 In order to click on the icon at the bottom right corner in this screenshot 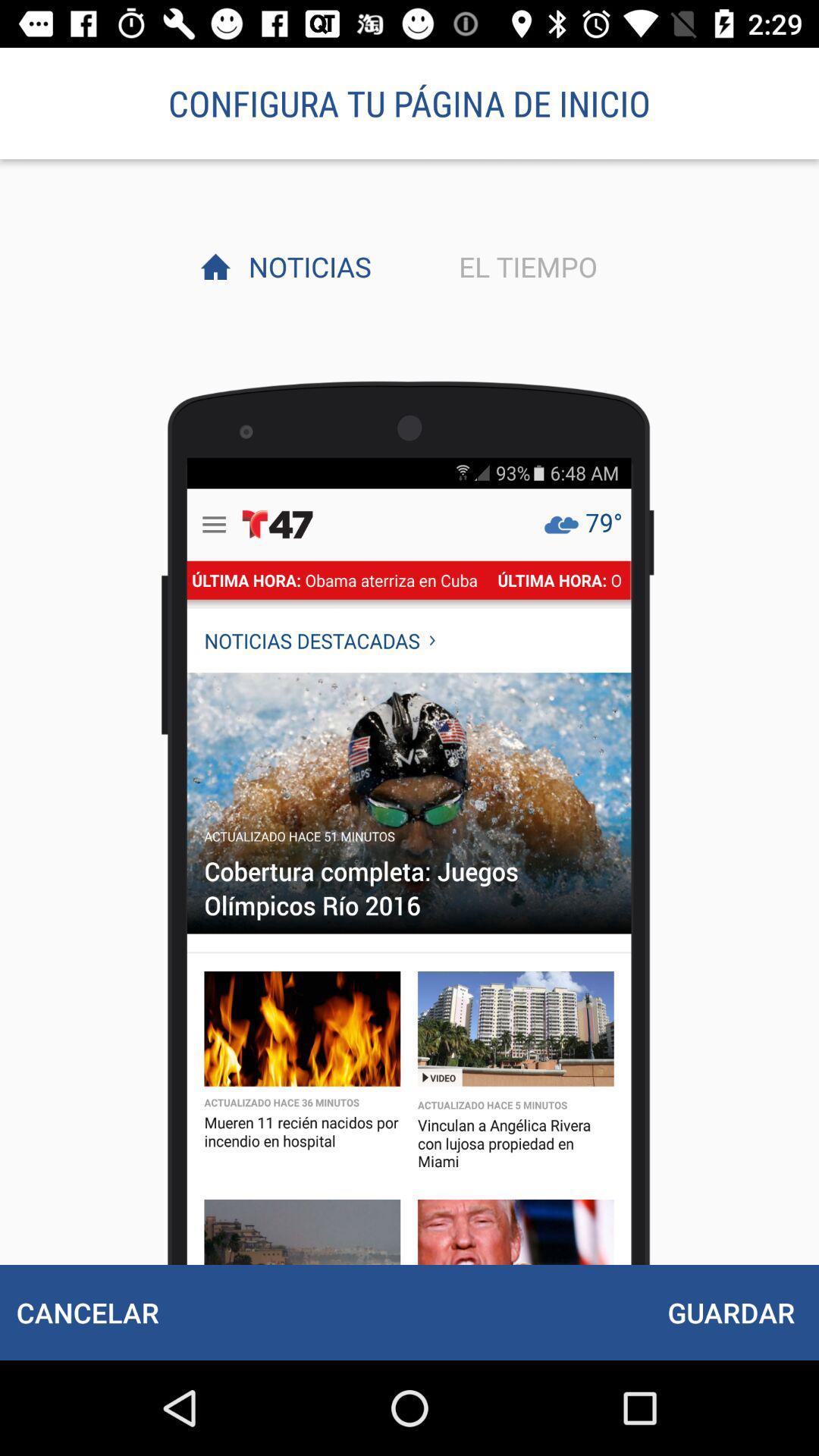, I will do `click(730, 1312)`.